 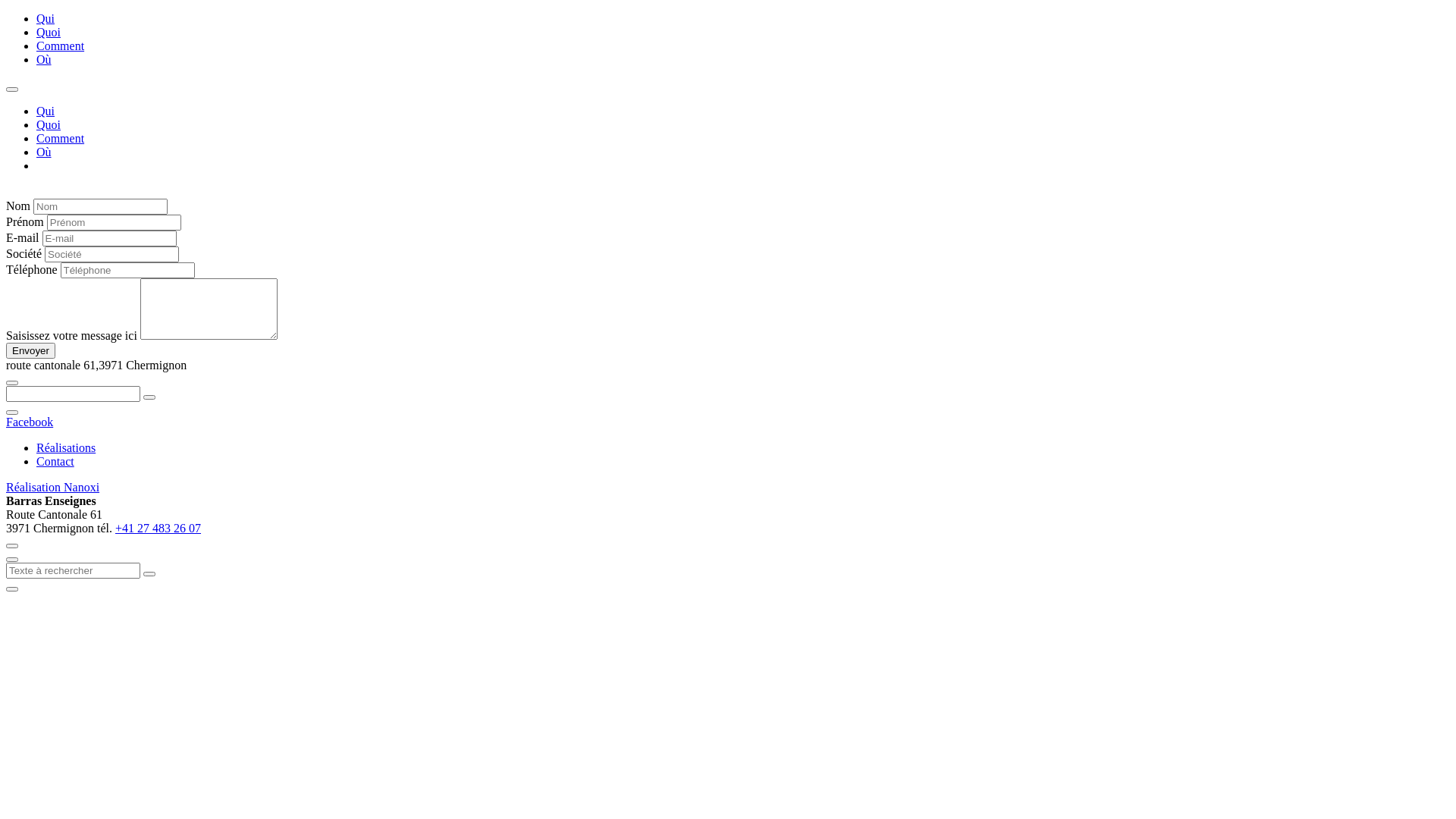 What do you see at coordinates (30, 350) in the screenshot?
I see `'Envoyer'` at bounding box center [30, 350].